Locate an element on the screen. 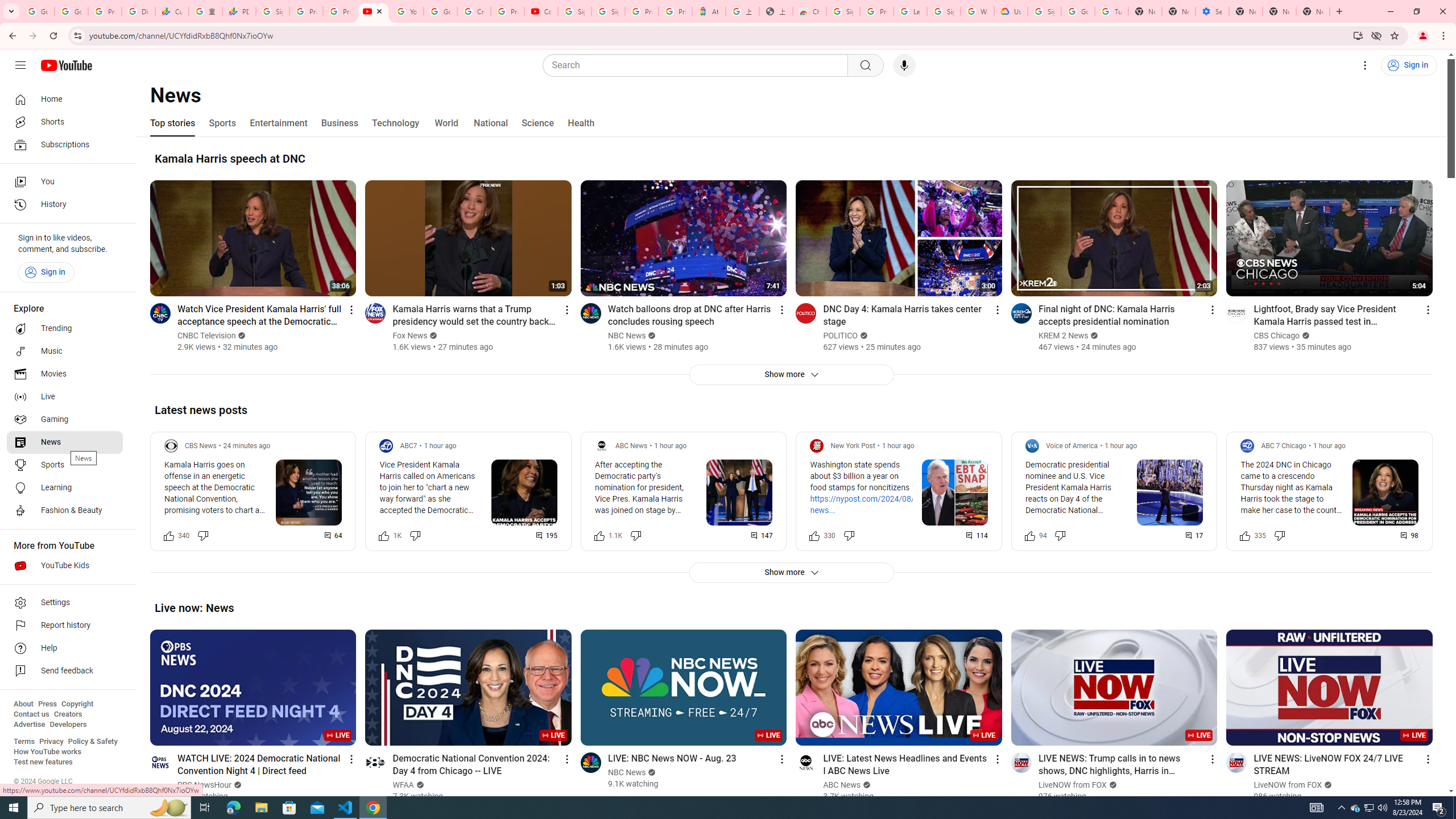  'Science' is located at coordinates (536, 122).